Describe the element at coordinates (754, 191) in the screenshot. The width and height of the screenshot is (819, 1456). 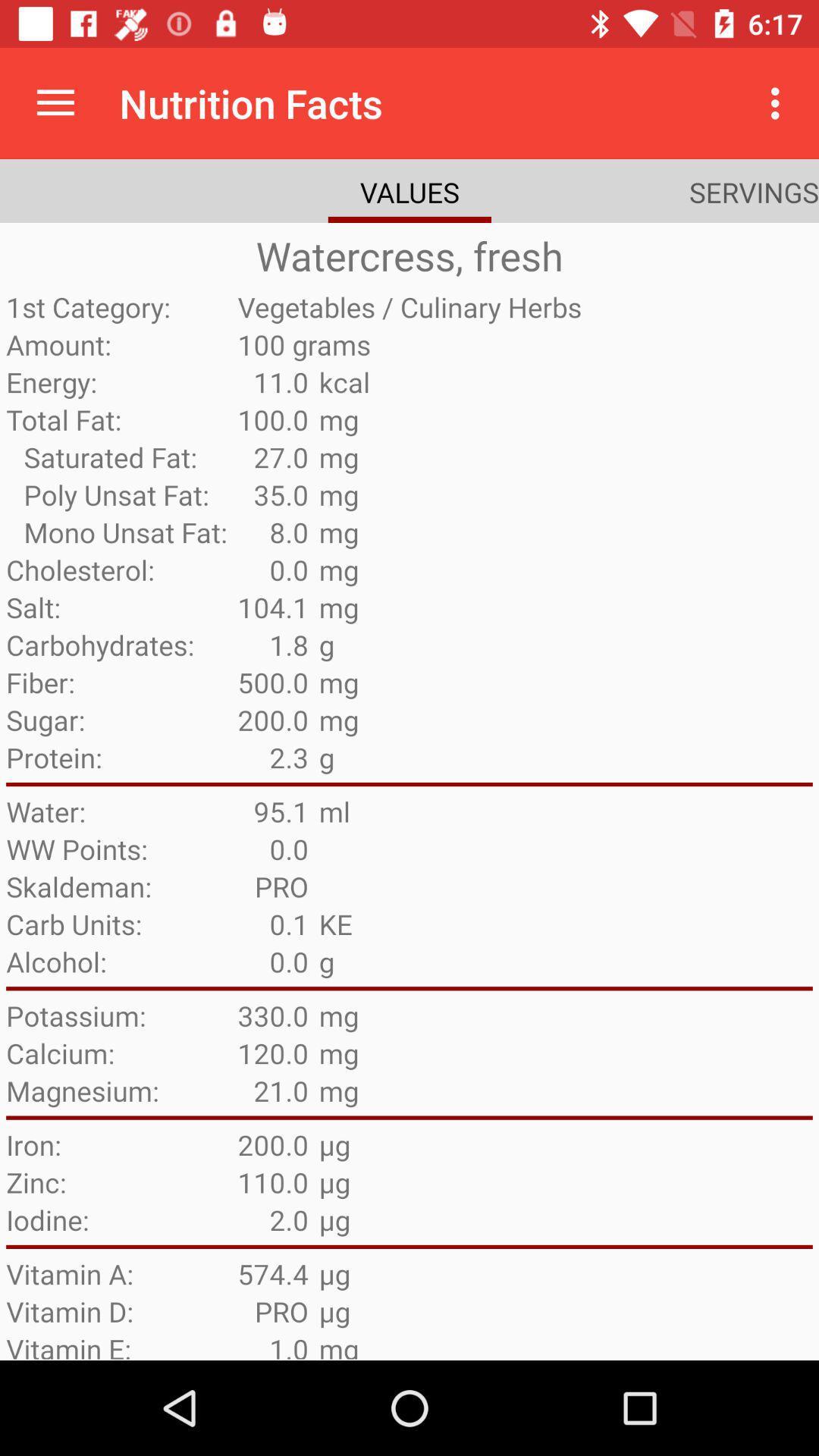
I see `the servings item` at that location.